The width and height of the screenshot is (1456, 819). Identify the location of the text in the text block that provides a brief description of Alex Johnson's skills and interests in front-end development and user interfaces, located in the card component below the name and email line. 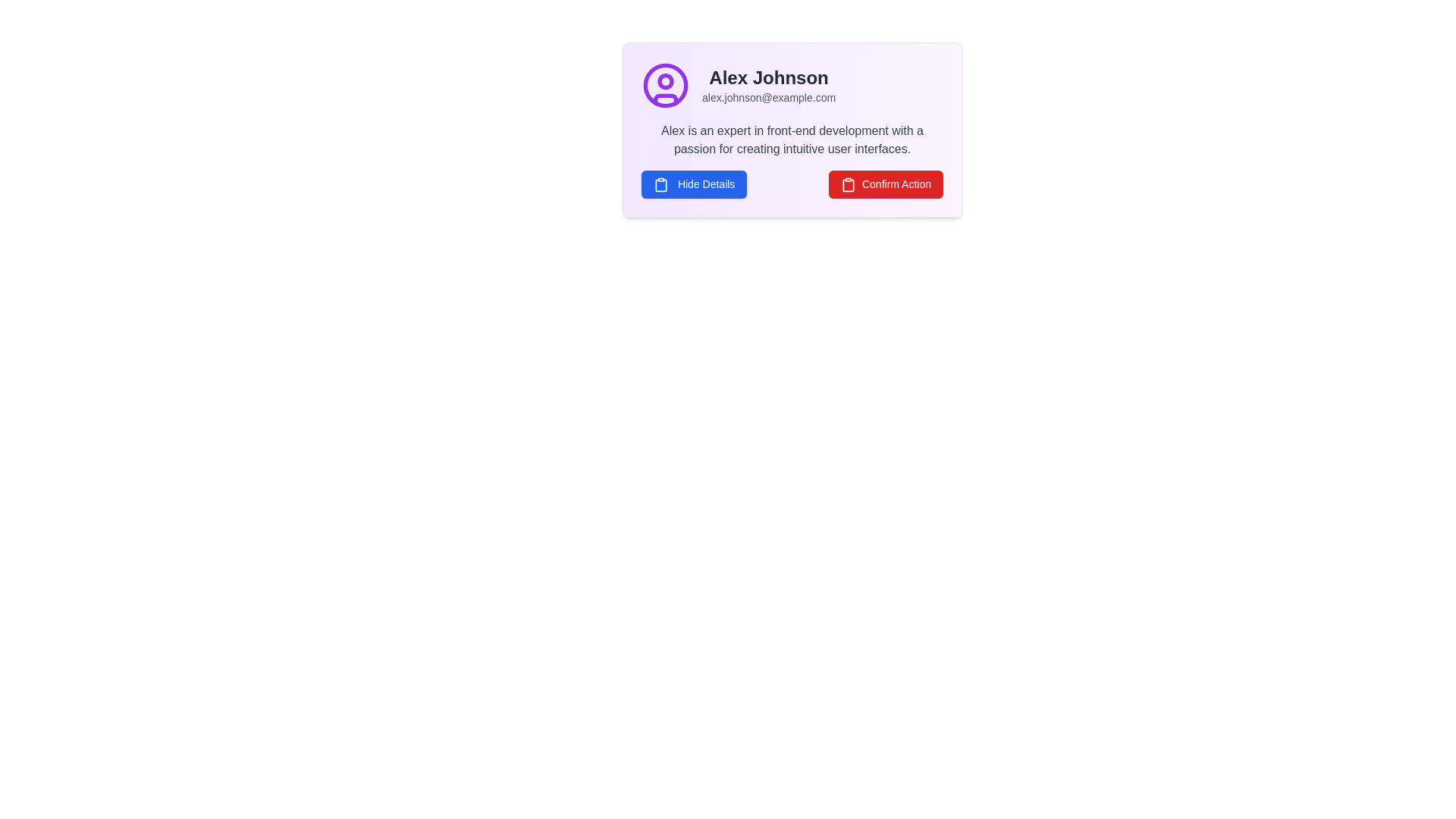
(792, 140).